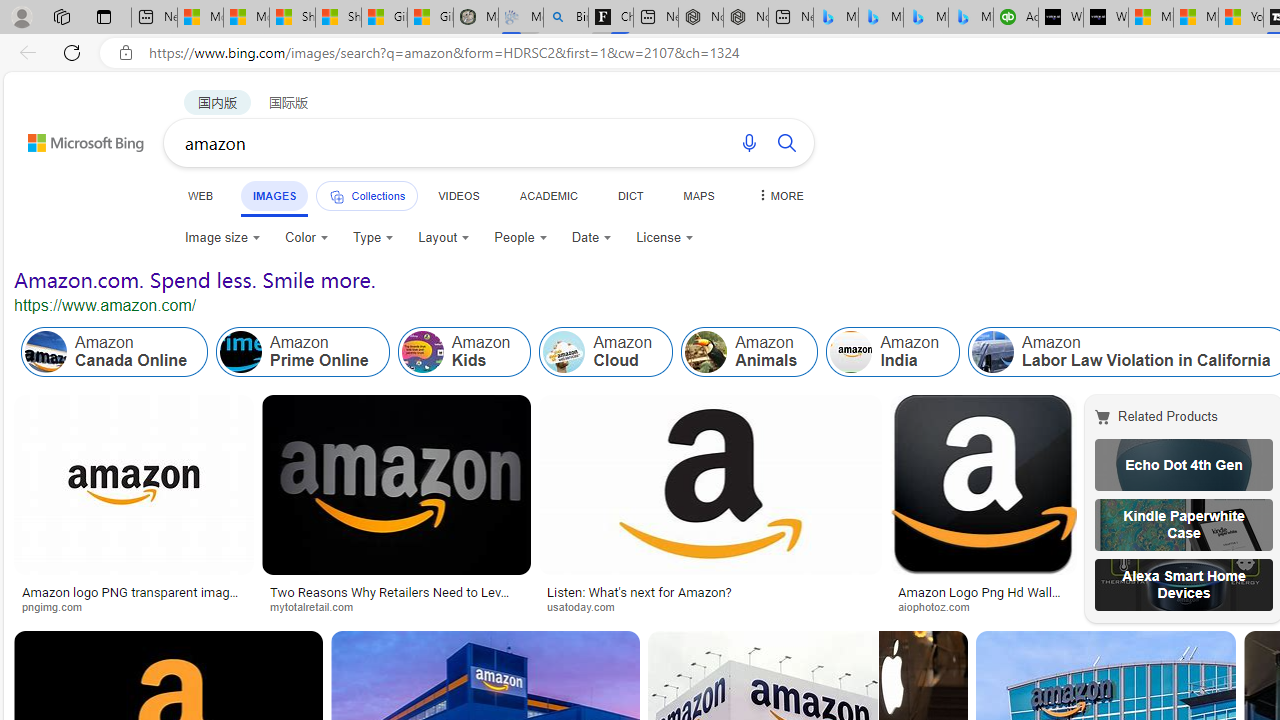  I want to click on 'Alexa Smart Home Devices', so click(1184, 585).